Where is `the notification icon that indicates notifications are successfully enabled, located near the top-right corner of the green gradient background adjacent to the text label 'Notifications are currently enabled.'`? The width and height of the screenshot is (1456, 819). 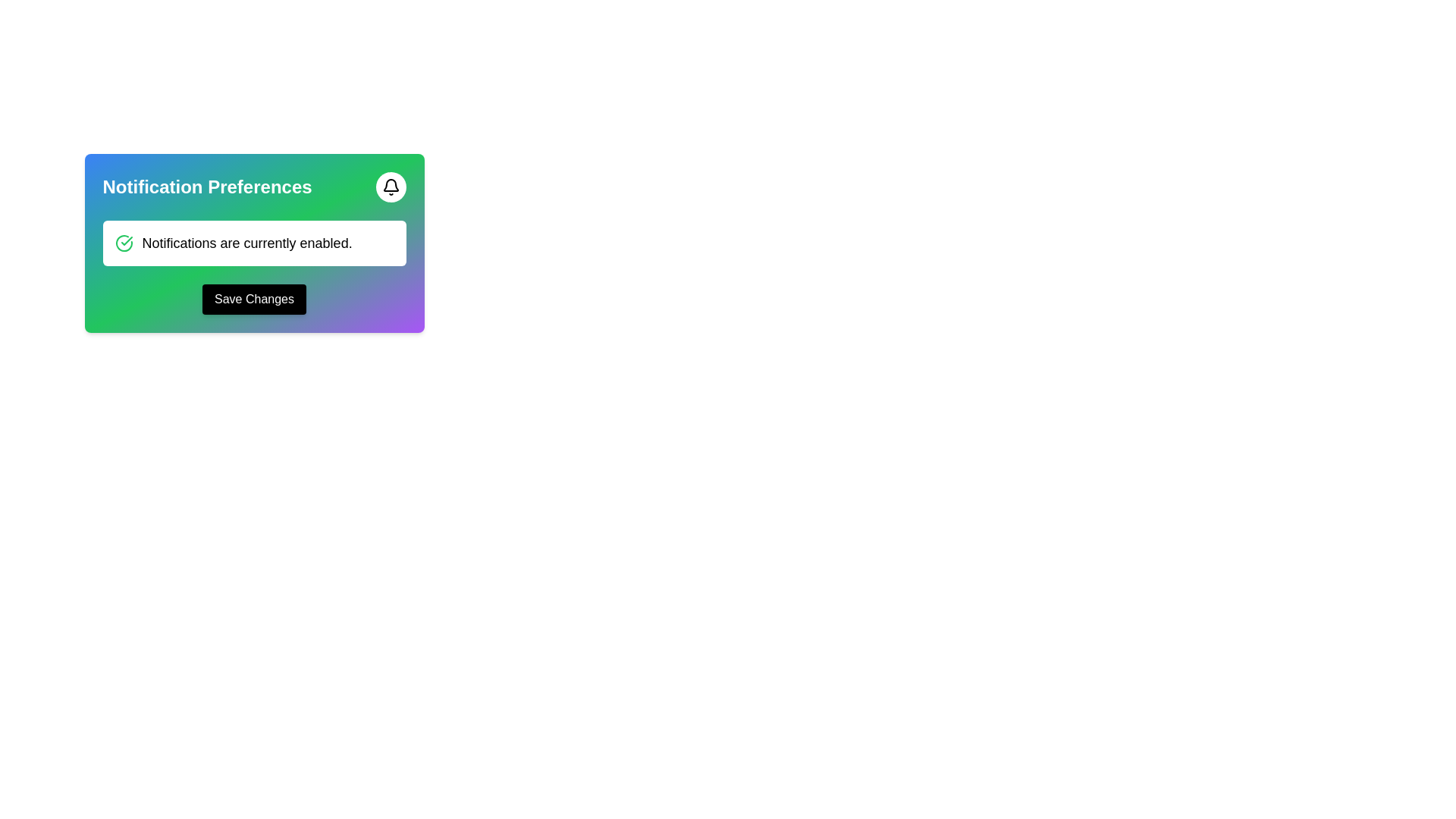 the notification icon that indicates notifications are successfully enabled, located near the top-right corner of the green gradient background adjacent to the text label 'Notifications are currently enabled.' is located at coordinates (127, 240).